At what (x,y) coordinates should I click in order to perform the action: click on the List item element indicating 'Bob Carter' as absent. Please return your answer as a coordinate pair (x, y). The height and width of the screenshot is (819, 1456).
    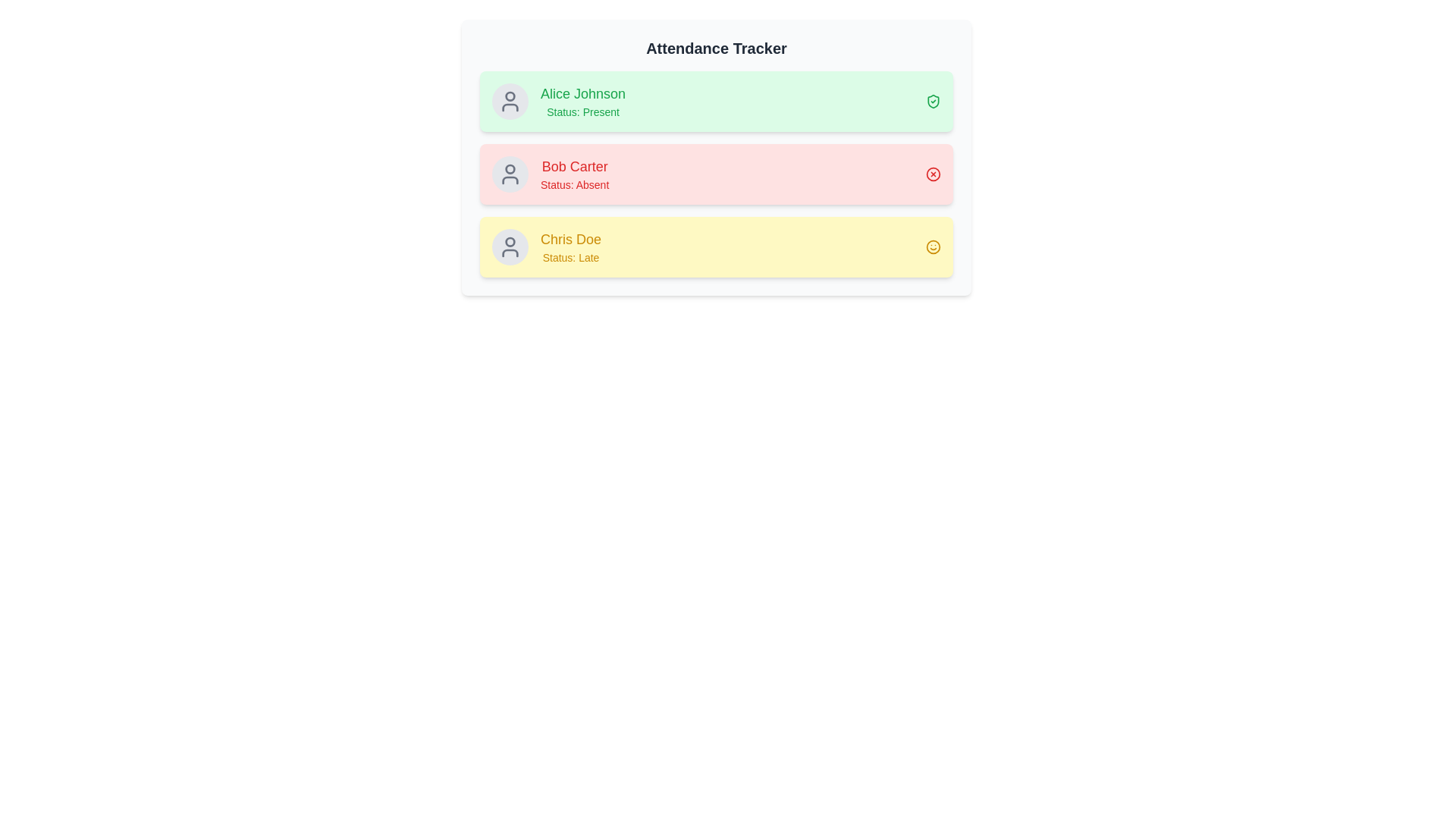
    Looking at the image, I should click on (716, 174).